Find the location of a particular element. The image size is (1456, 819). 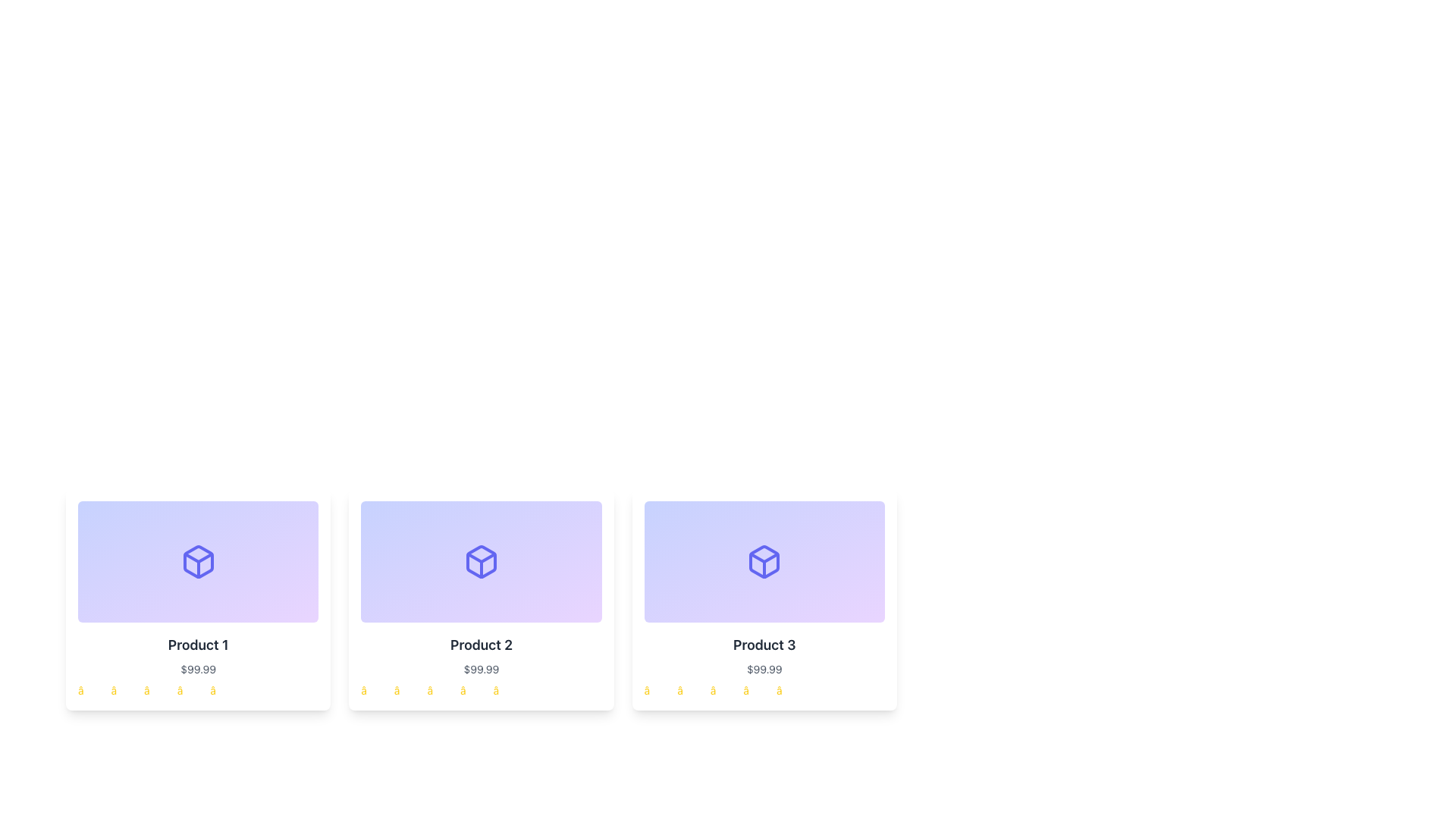

the price label displaying '$99.99', which is positioned under the 'Product 2' title and above the rating stars in the product card is located at coordinates (480, 669).